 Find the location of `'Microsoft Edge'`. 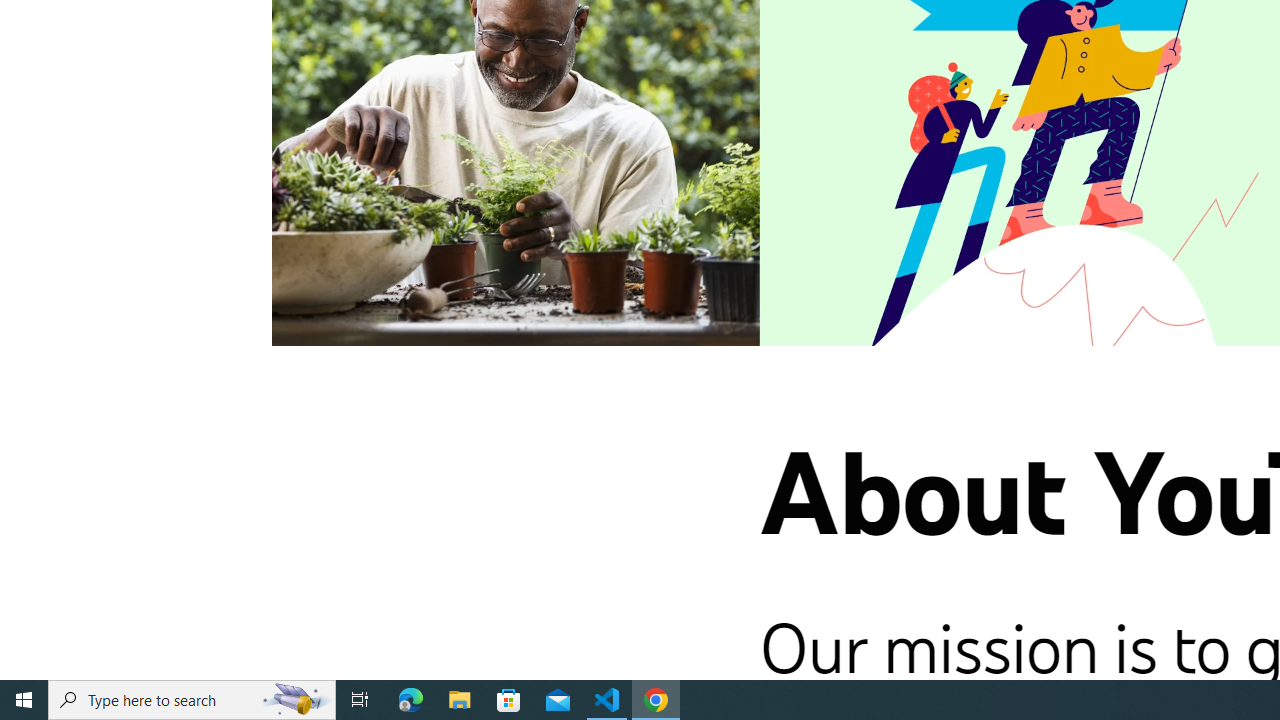

'Microsoft Edge' is located at coordinates (410, 698).